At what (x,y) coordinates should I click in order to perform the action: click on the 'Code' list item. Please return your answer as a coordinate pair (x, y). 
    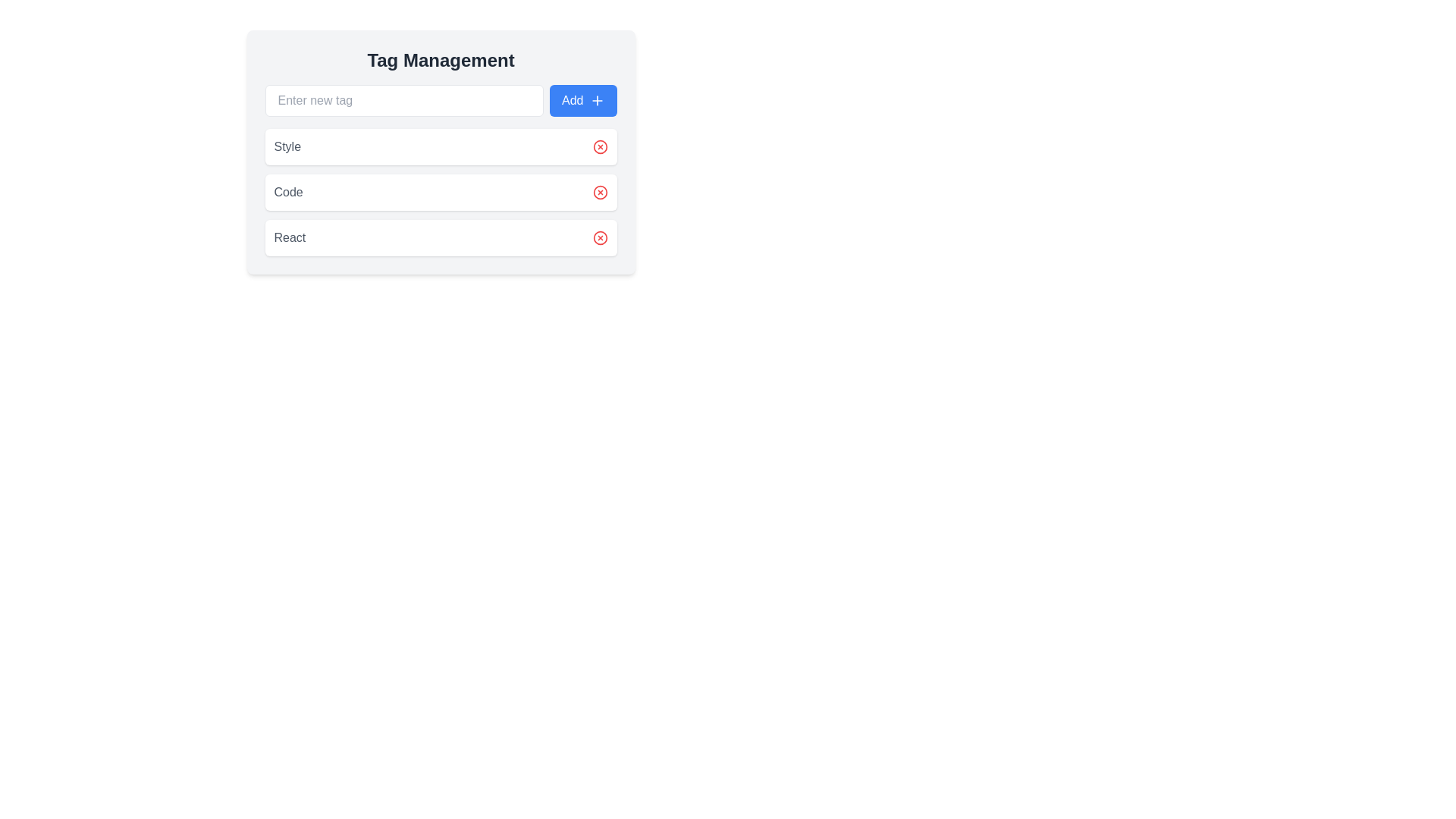
    Looking at the image, I should click on (440, 192).